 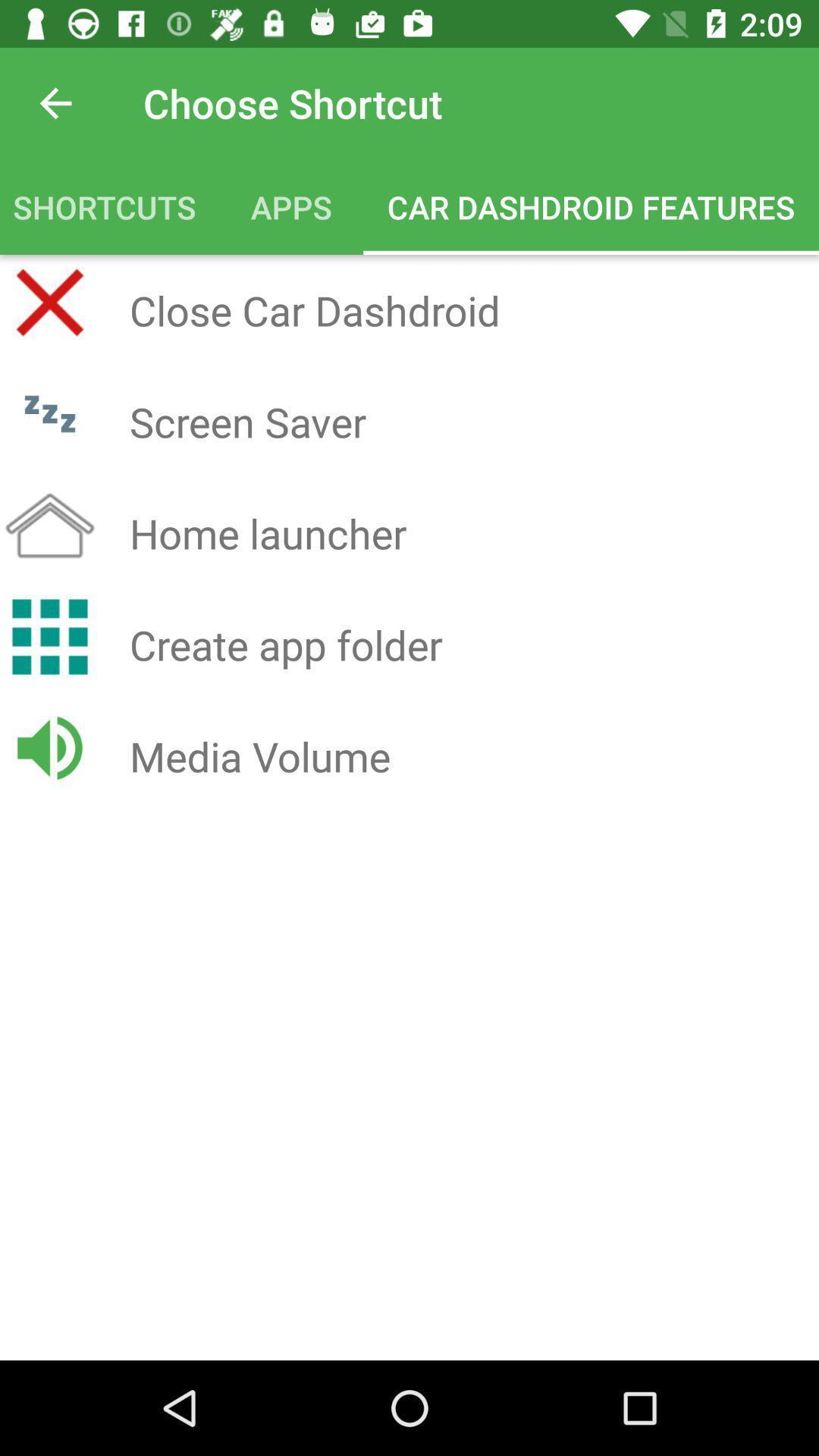 I want to click on the item to the left of the choose shortcut item, so click(x=55, y=102).